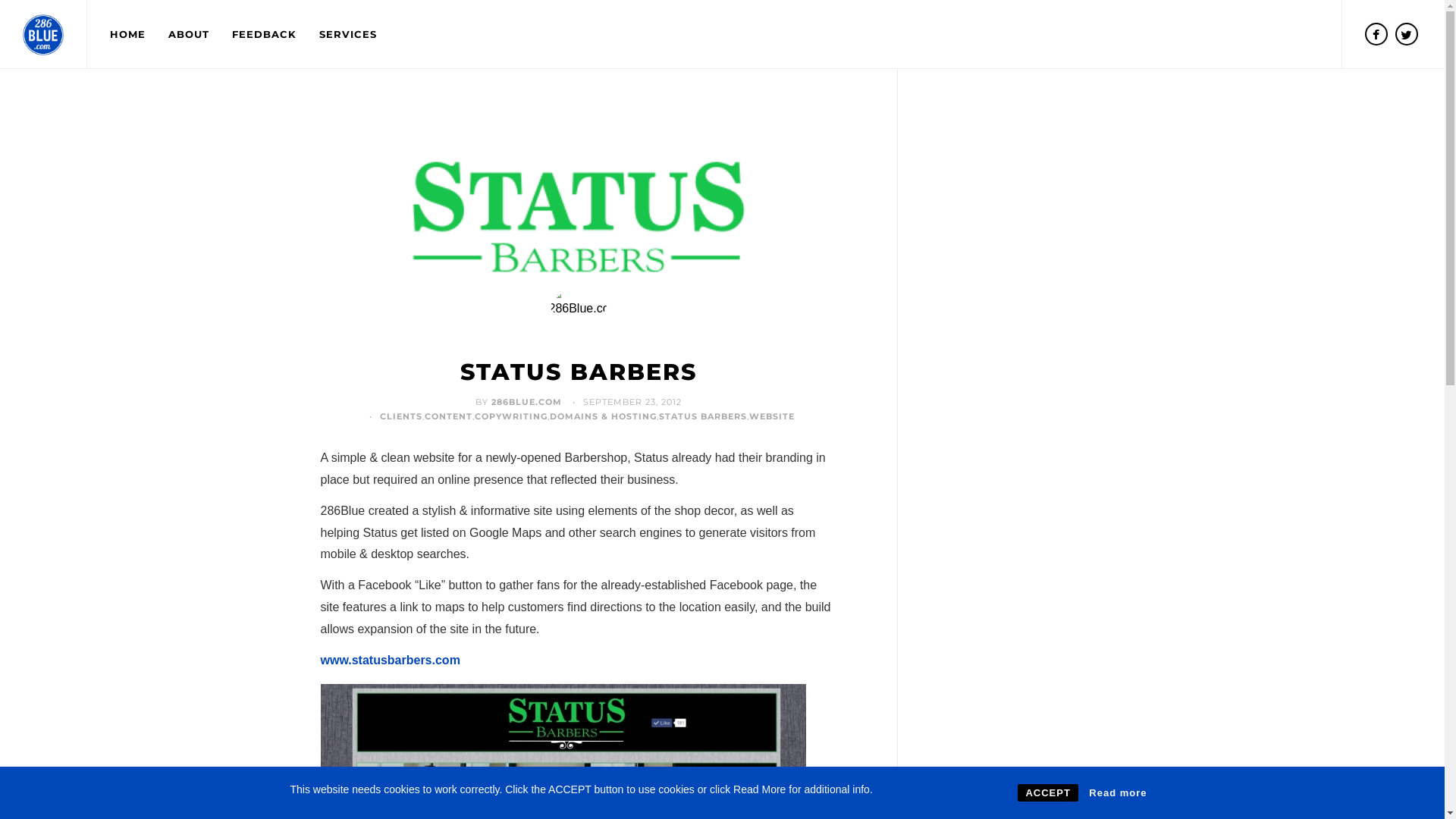 The height and width of the screenshot is (819, 1456). What do you see at coordinates (701, 416) in the screenshot?
I see `'STATUS BARBERS'` at bounding box center [701, 416].